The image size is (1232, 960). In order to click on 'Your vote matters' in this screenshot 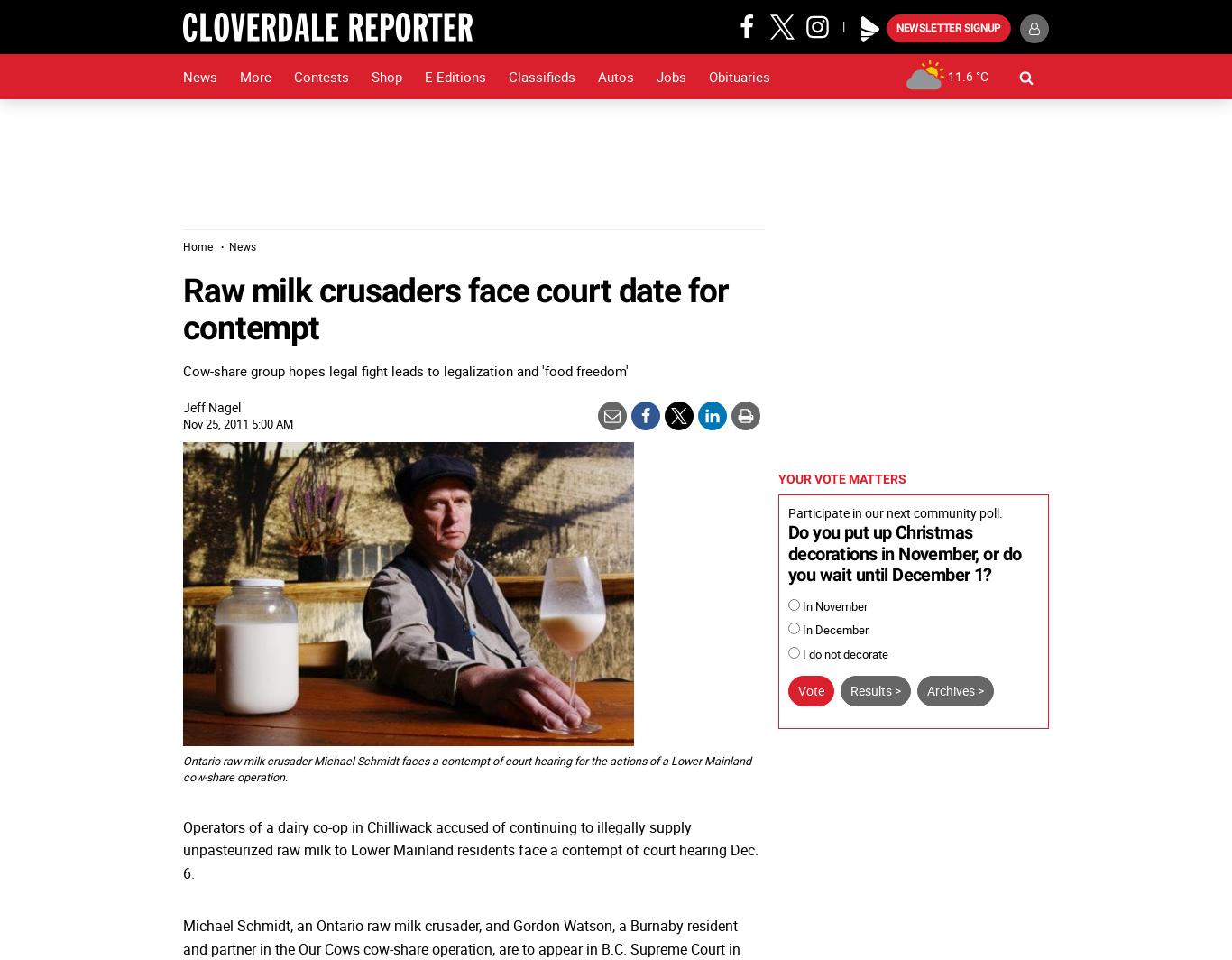, I will do `click(777, 479)`.